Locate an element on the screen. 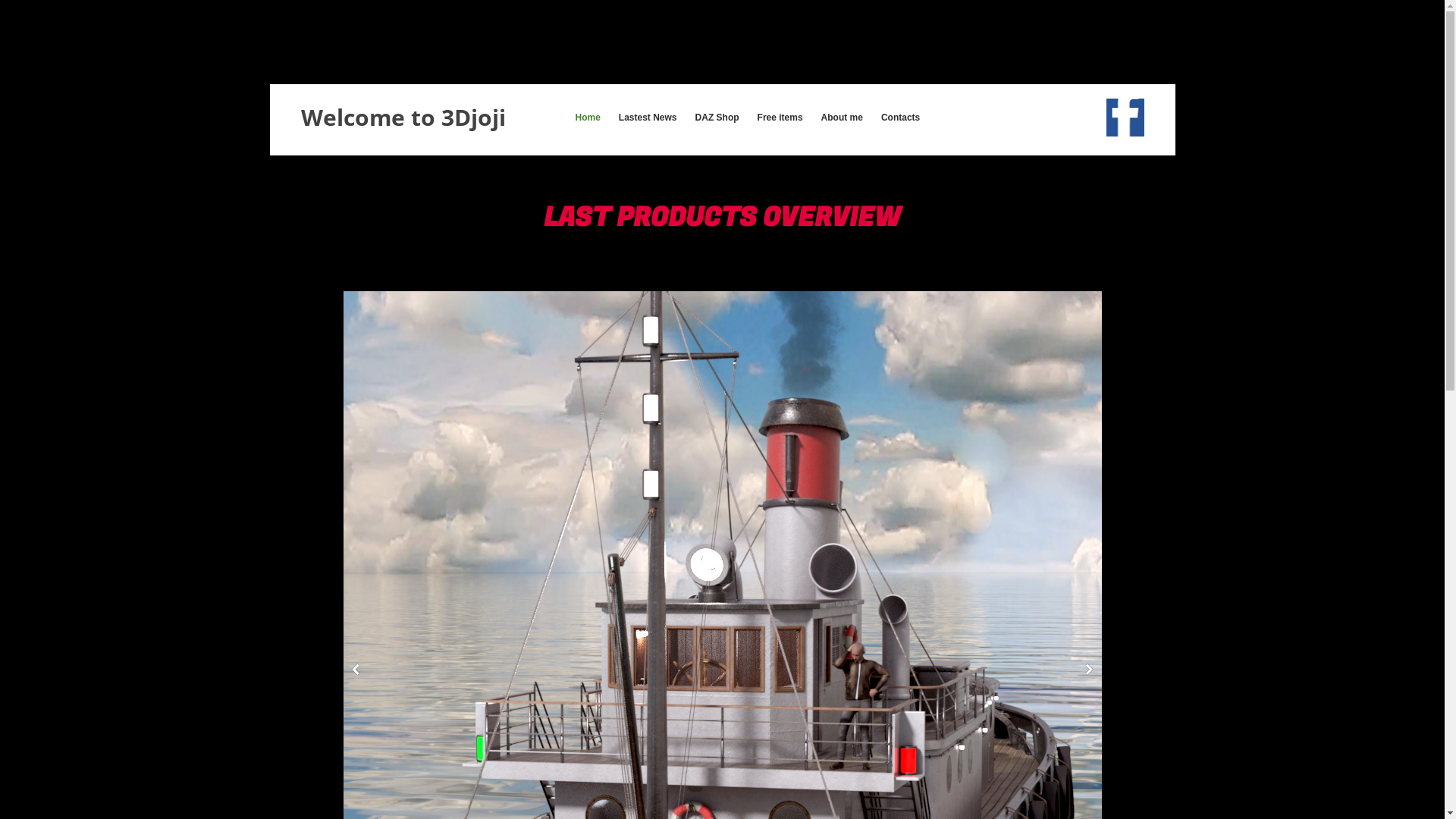  'About me' is located at coordinates (841, 116).